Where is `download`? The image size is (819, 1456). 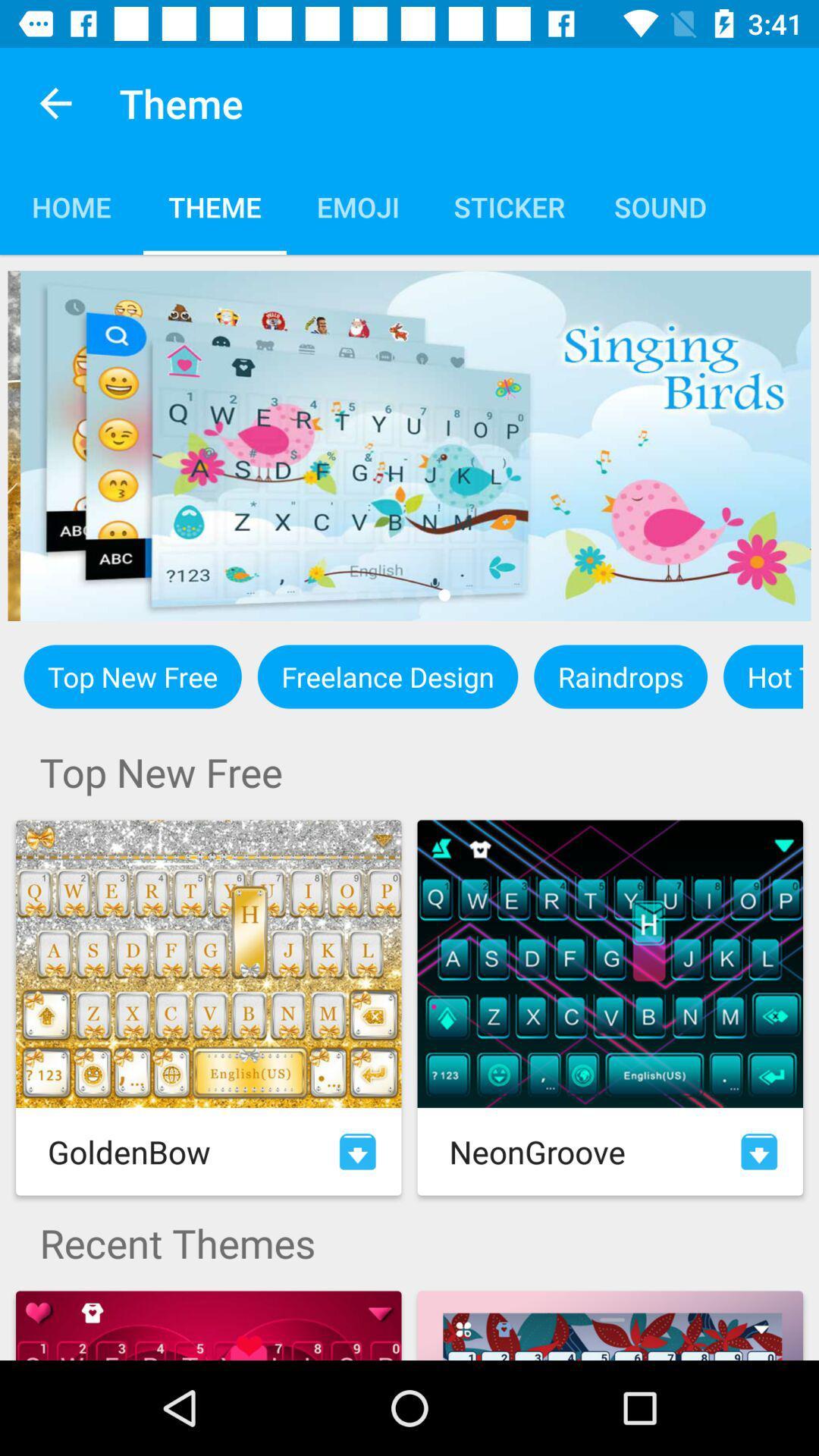
download is located at coordinates (357, 1151).